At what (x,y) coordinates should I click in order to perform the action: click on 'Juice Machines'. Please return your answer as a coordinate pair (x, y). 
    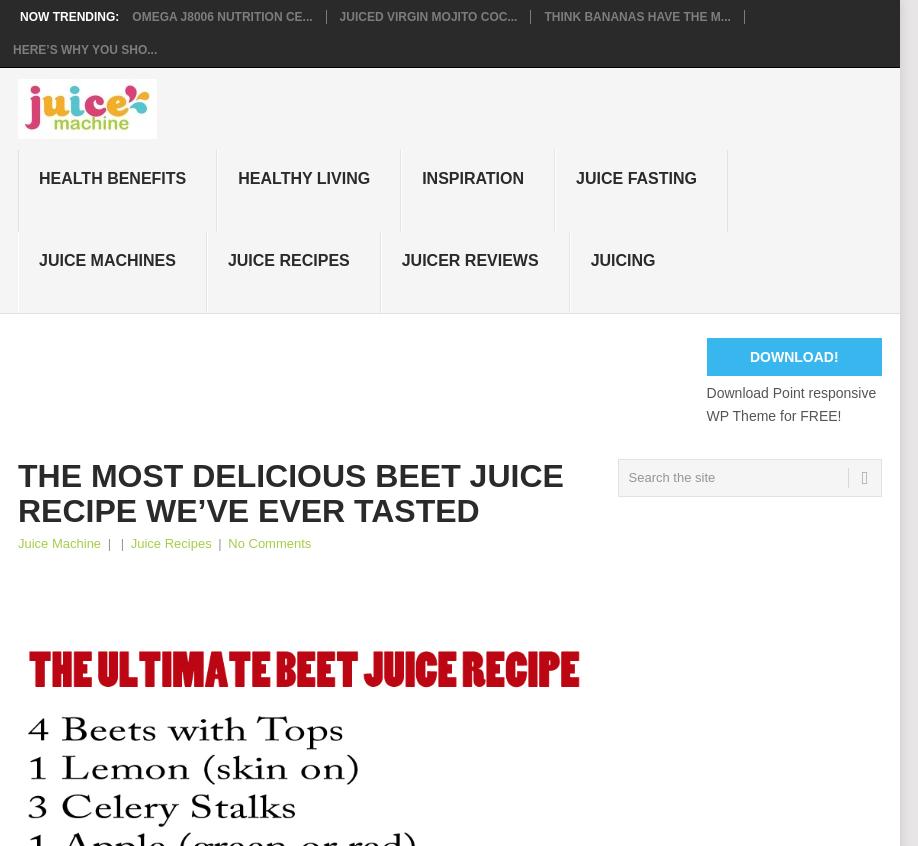
    Looking at the image, I should click on (106, 259).